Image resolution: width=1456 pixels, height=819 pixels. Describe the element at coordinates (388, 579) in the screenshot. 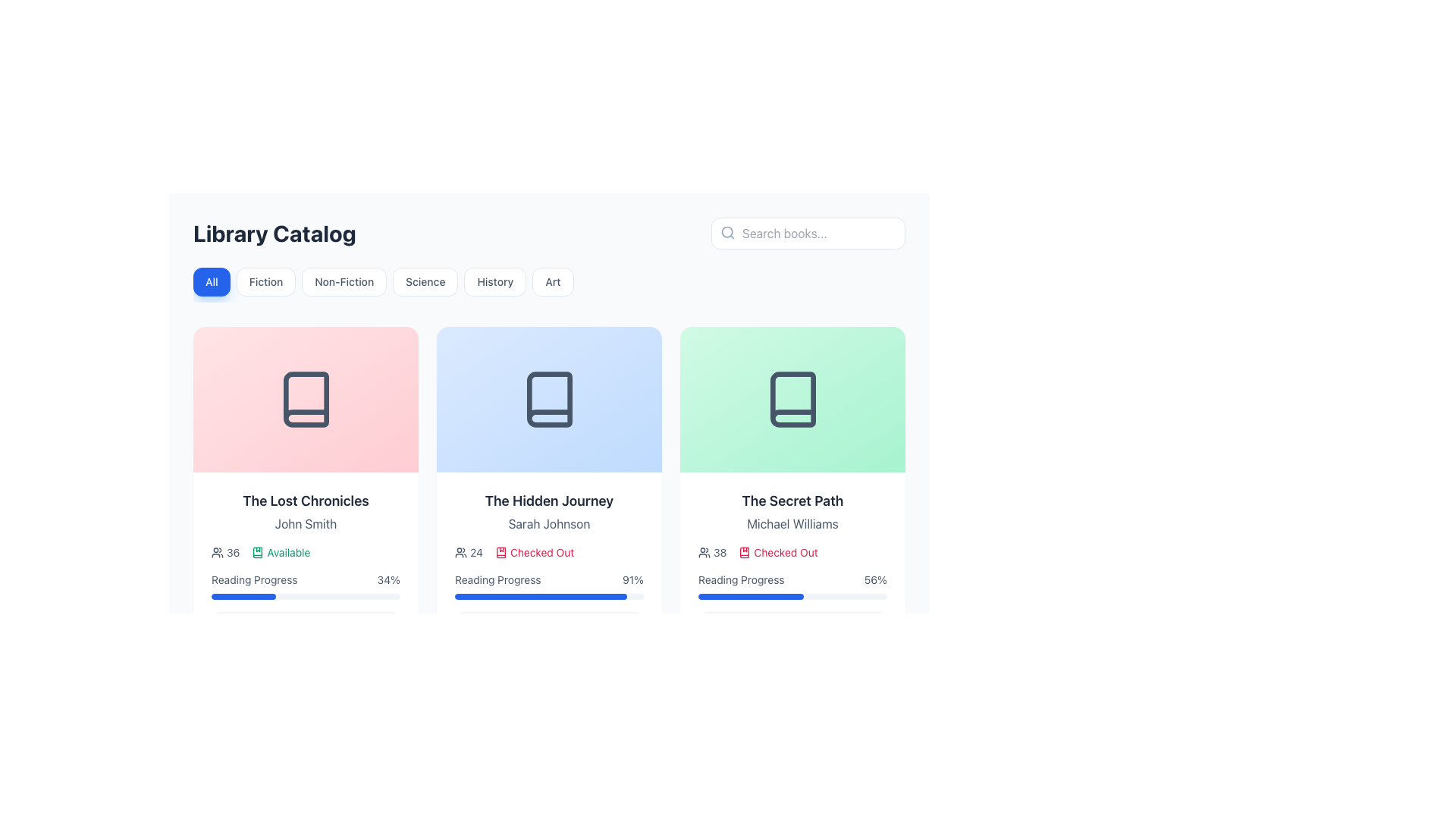

I see `the static text label displaying the reading progress percentage for 'The Lost Chronicles', which is located to the right of the 'Reading Progress' label in the first card` at that location.